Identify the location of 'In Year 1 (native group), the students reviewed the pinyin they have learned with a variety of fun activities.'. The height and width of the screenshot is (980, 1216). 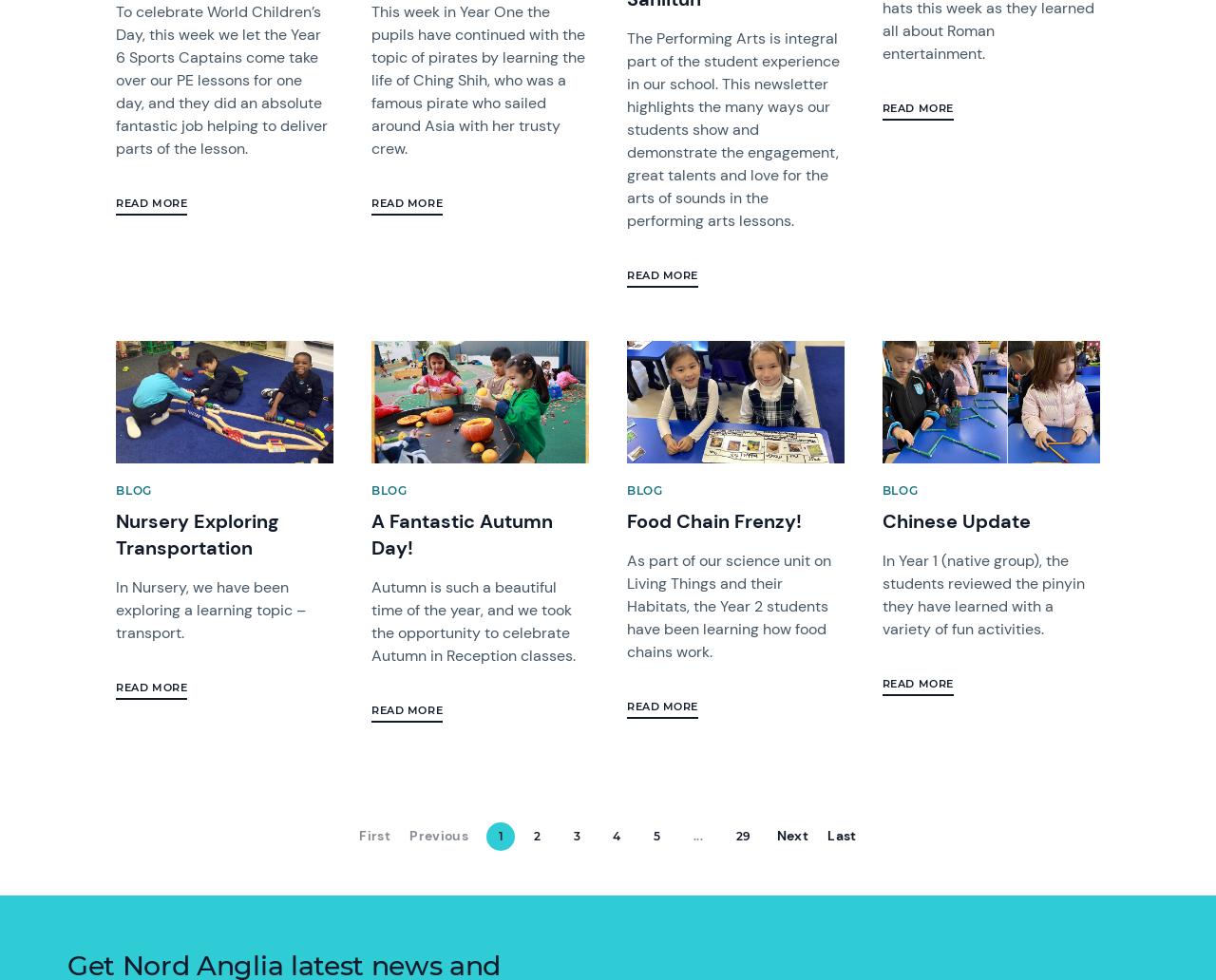
(982, 594).